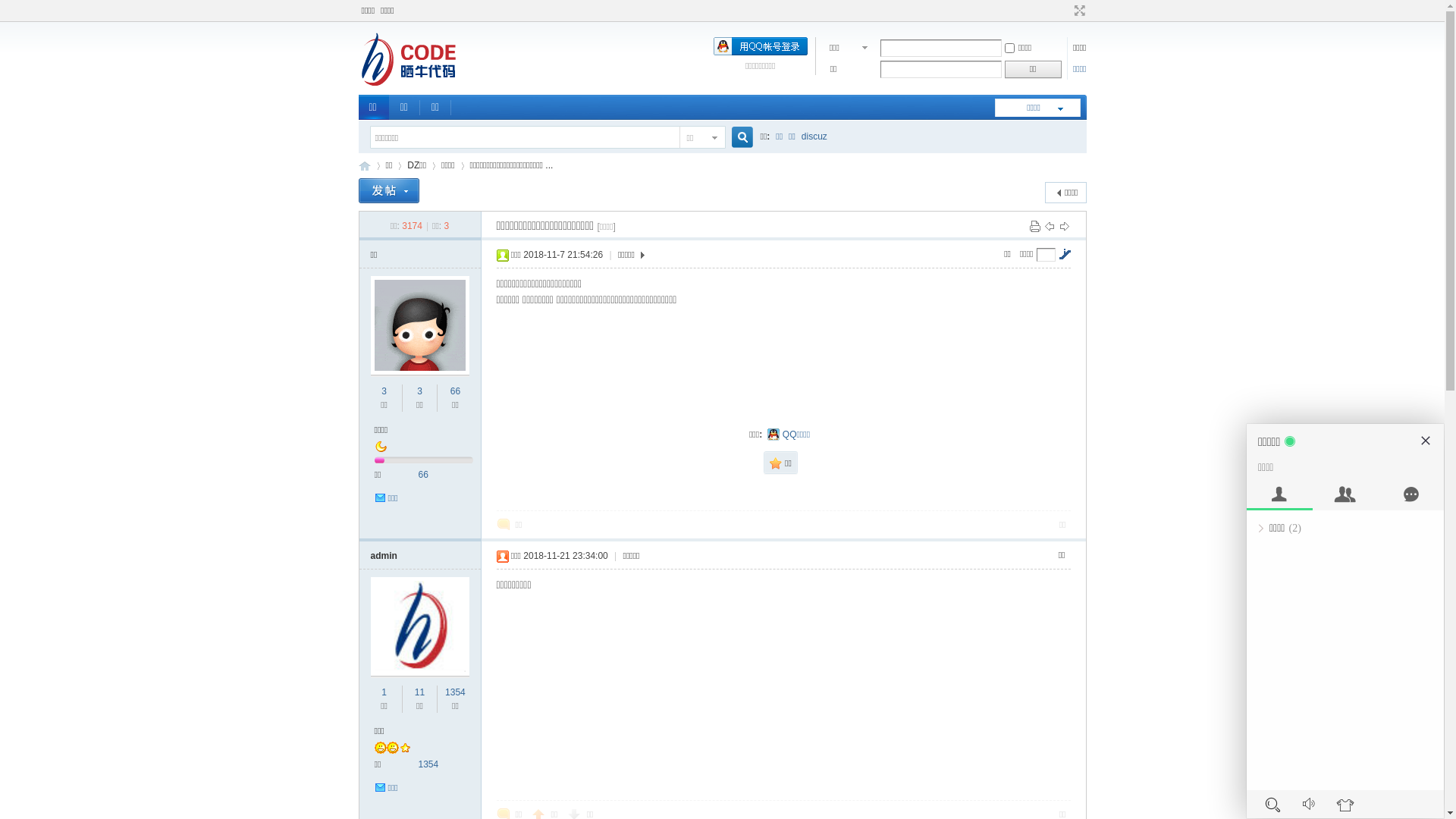  What do you see at coordinates (383, 555) in the screenshot?
I see `'admin'` at bounding box center [383, 555].